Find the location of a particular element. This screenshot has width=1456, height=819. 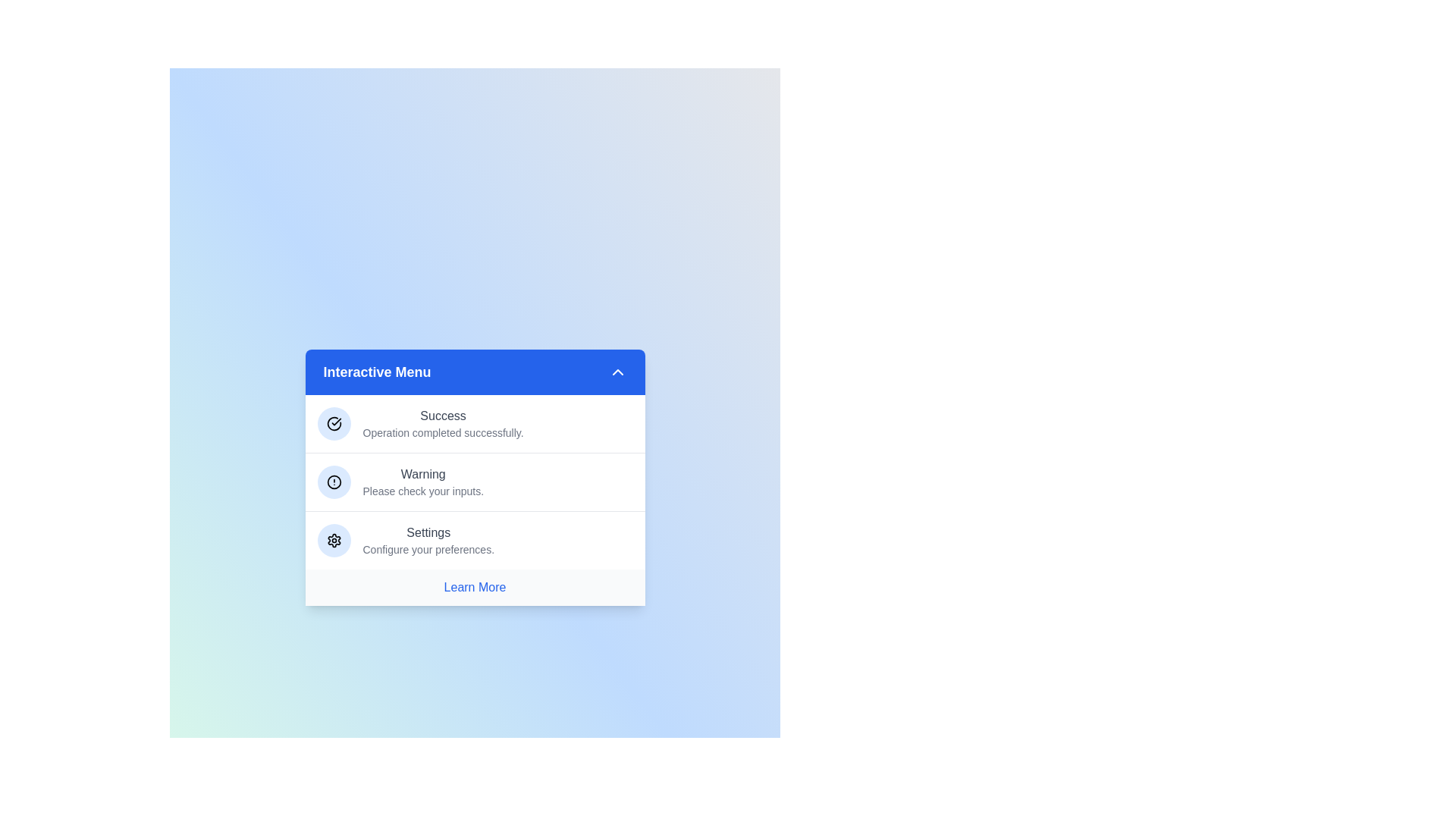

the menu item labeled 'Warning' is located at coordinates (474, 482).